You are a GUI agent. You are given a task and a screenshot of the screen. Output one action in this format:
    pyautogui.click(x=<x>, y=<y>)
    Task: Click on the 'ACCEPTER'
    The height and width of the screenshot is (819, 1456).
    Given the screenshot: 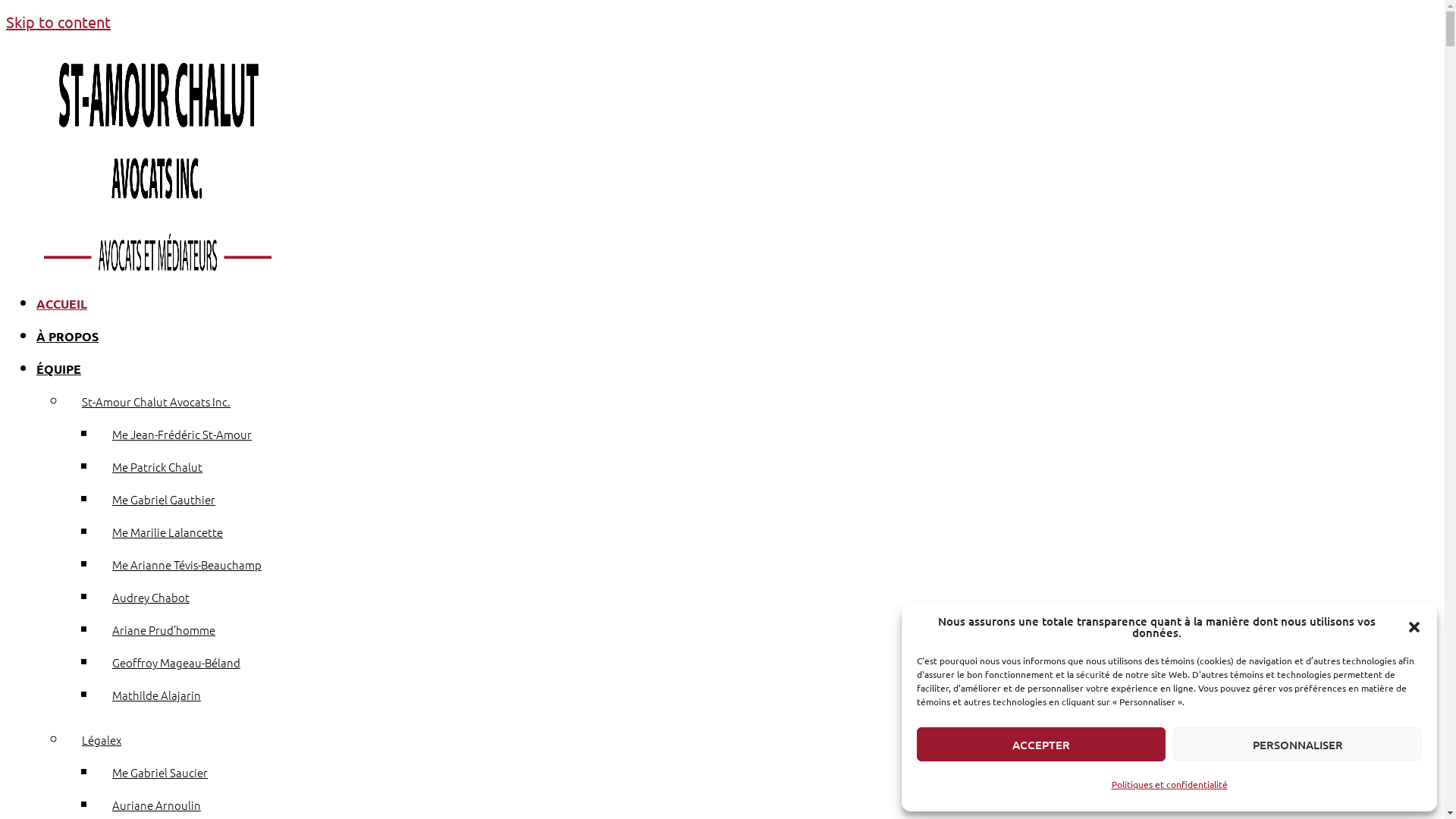 What is the action you would take?
    pyautogui.click(x=1040, y=743)
    